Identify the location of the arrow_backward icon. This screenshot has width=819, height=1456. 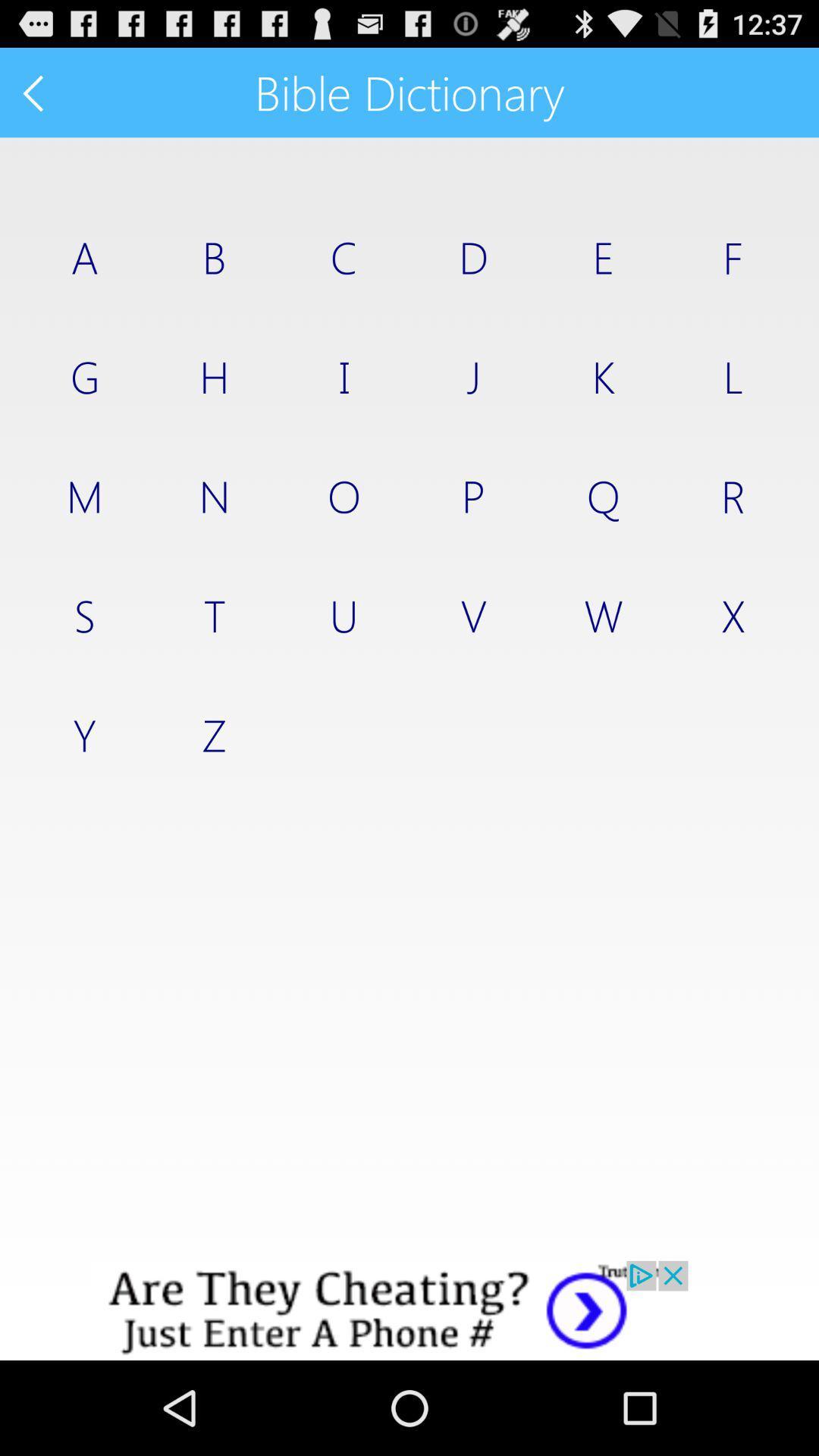
(34, 98).